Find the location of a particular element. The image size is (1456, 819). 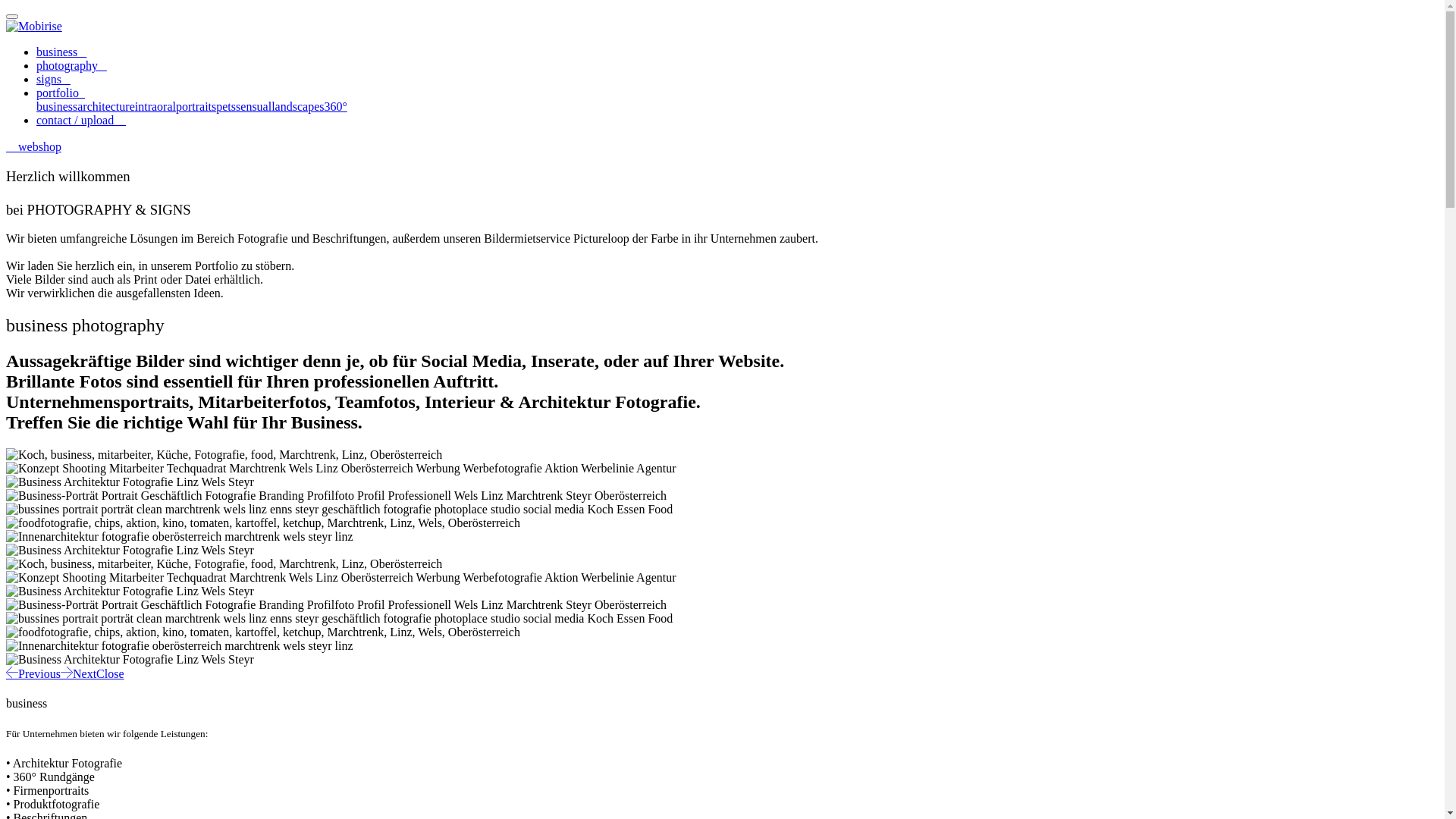

'signs   ' is located at coordinates (53, 79).